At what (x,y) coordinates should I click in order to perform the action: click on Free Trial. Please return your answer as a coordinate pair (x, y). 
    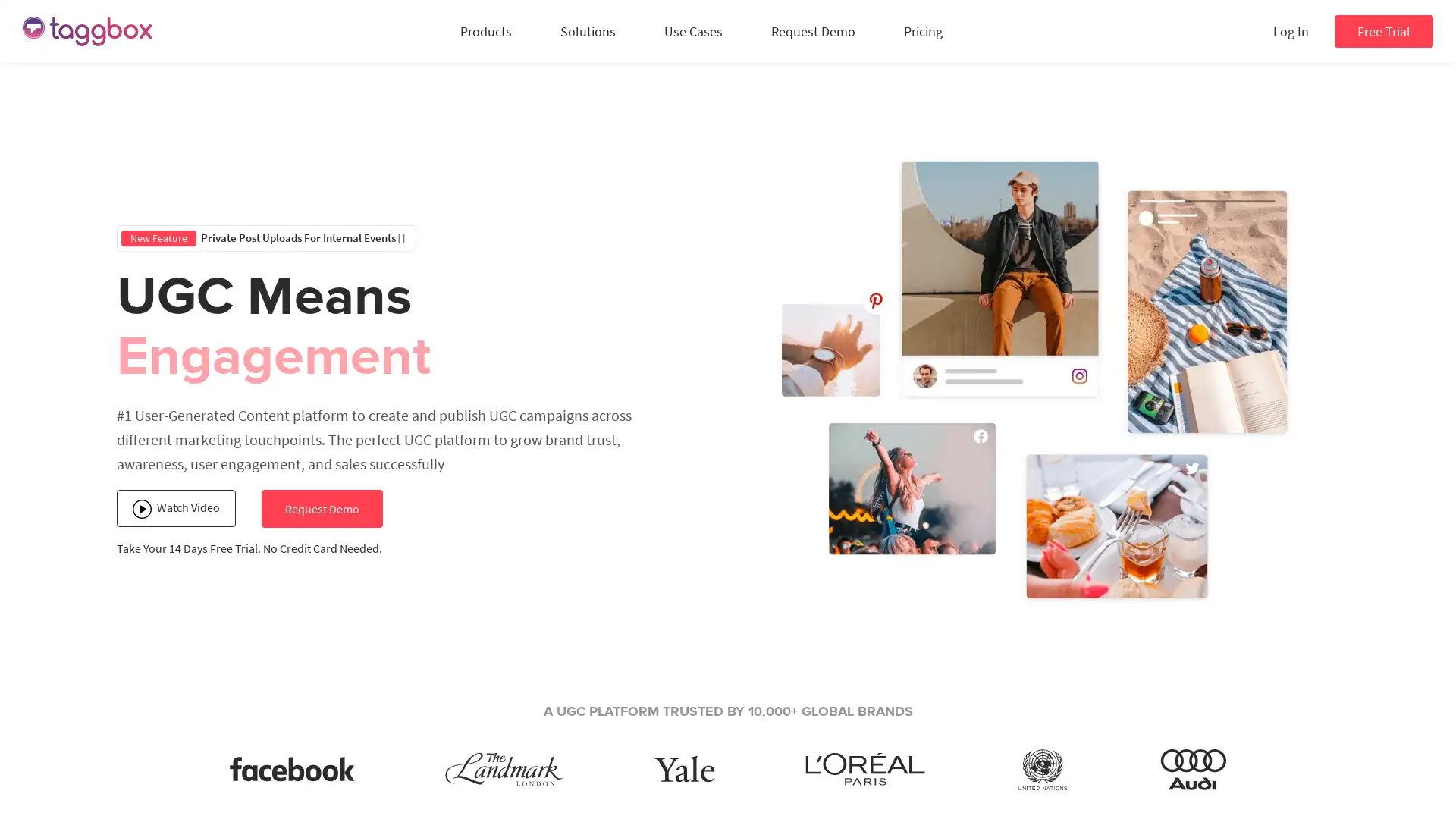
    Looking at the image, I should click on (1383, 31).